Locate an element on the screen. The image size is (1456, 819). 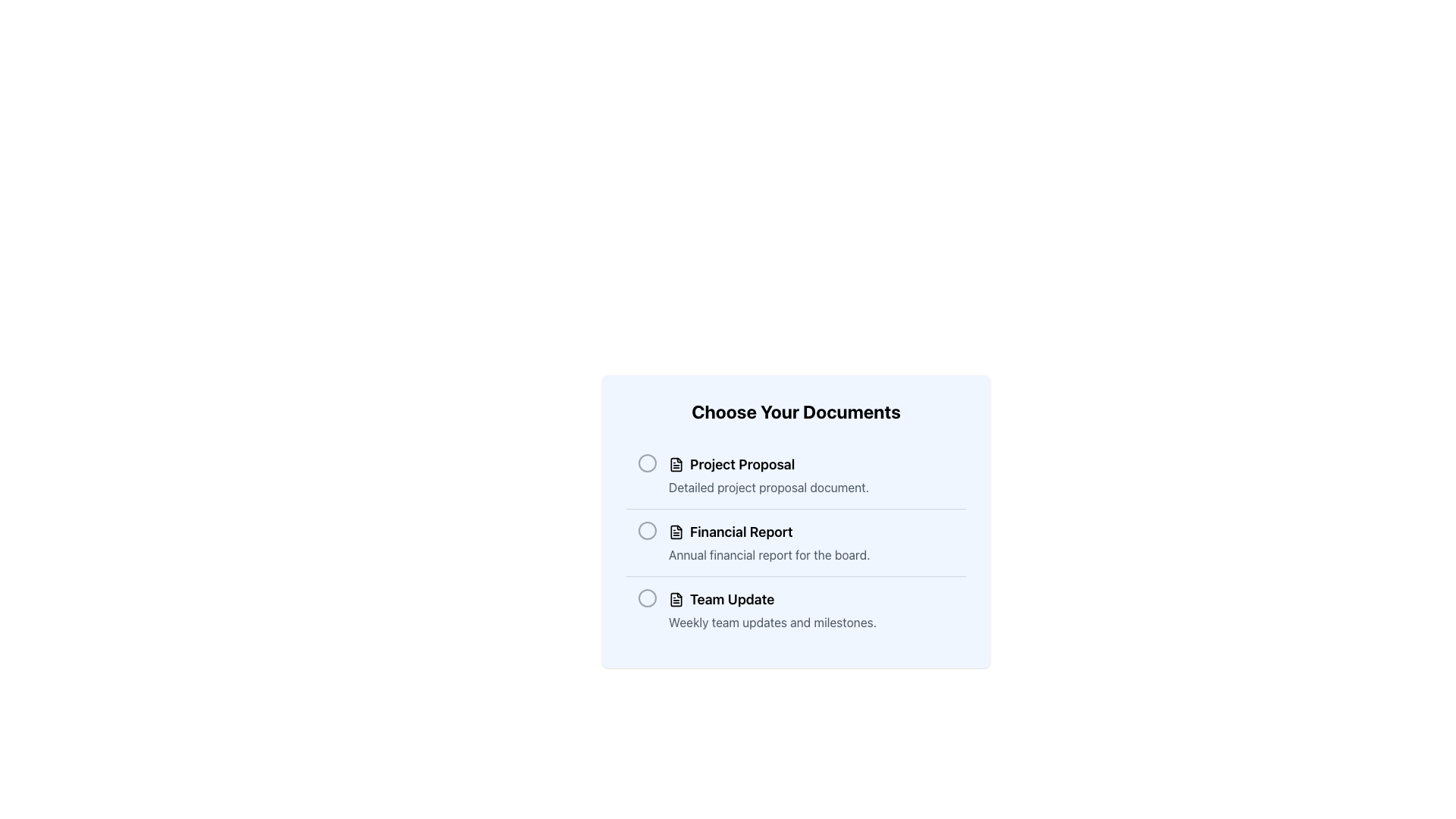
the circular graphical component with a gray border located in the leftmost position of the row for the 'Financial Report' item is located at coordinates (648, 529).